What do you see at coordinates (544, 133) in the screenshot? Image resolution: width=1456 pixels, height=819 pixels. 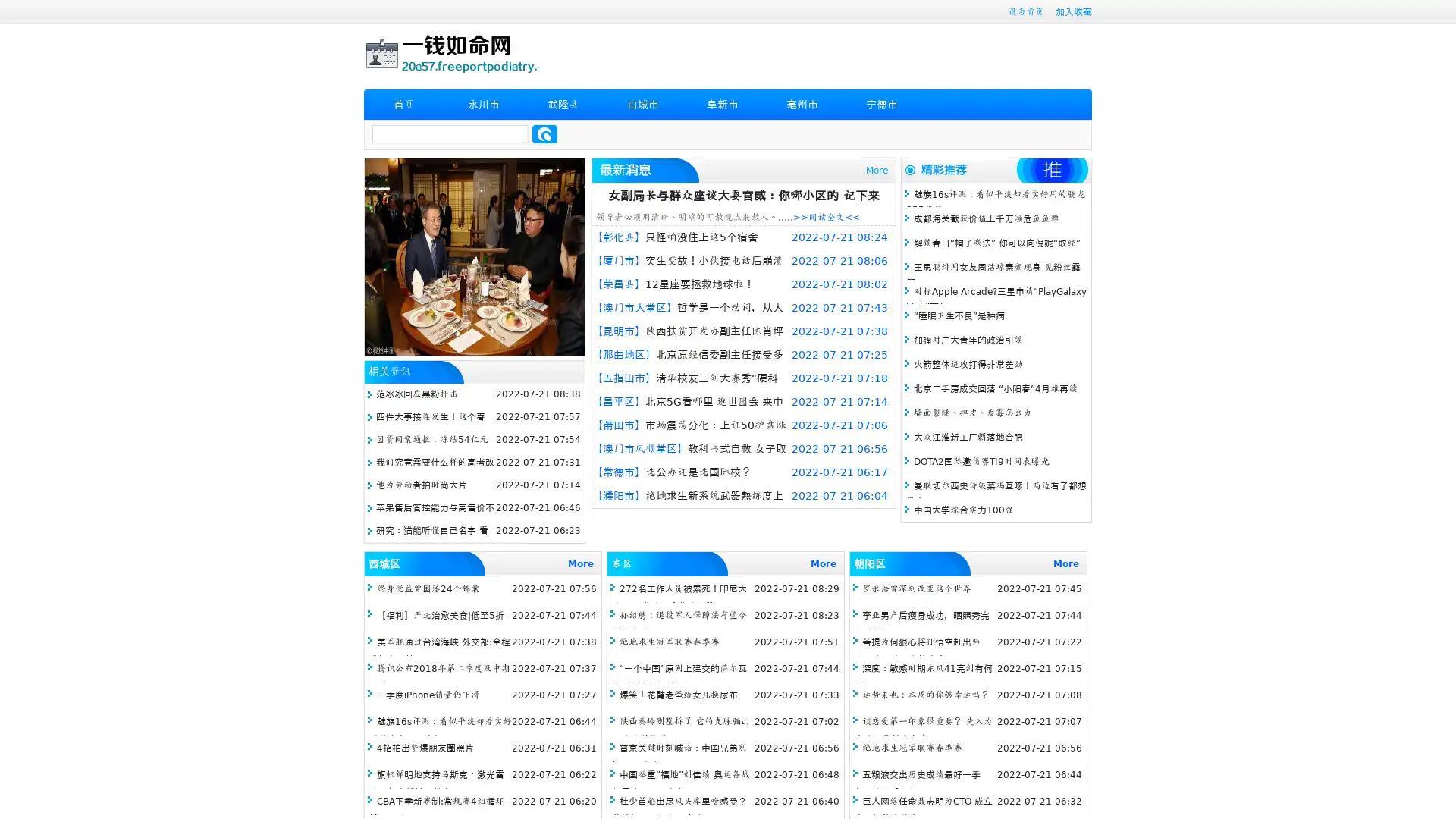 I see `Search` at bounding box center [544, 133].